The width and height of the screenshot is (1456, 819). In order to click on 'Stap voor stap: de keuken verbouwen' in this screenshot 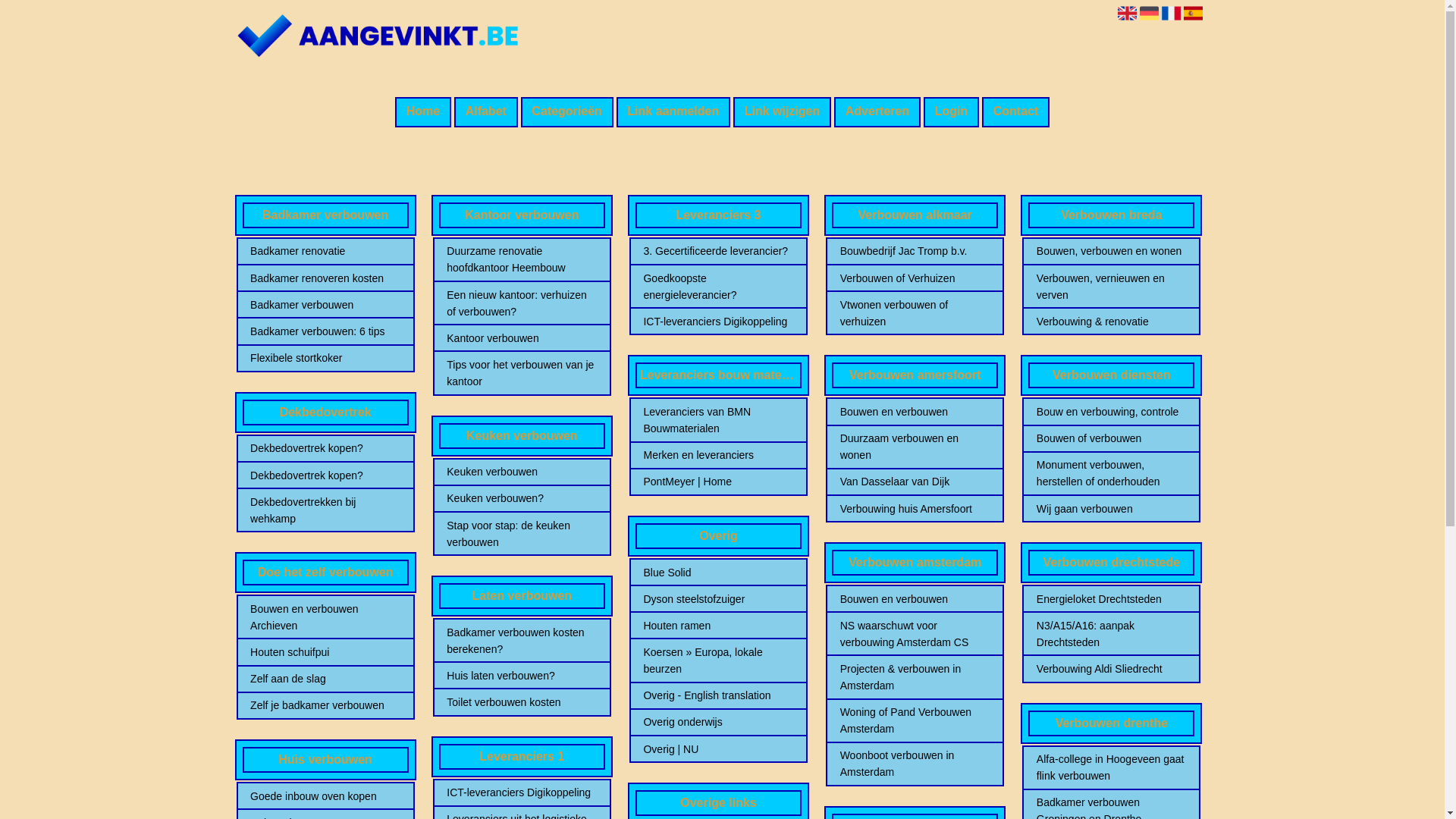, I will do `click(446, 533)`.